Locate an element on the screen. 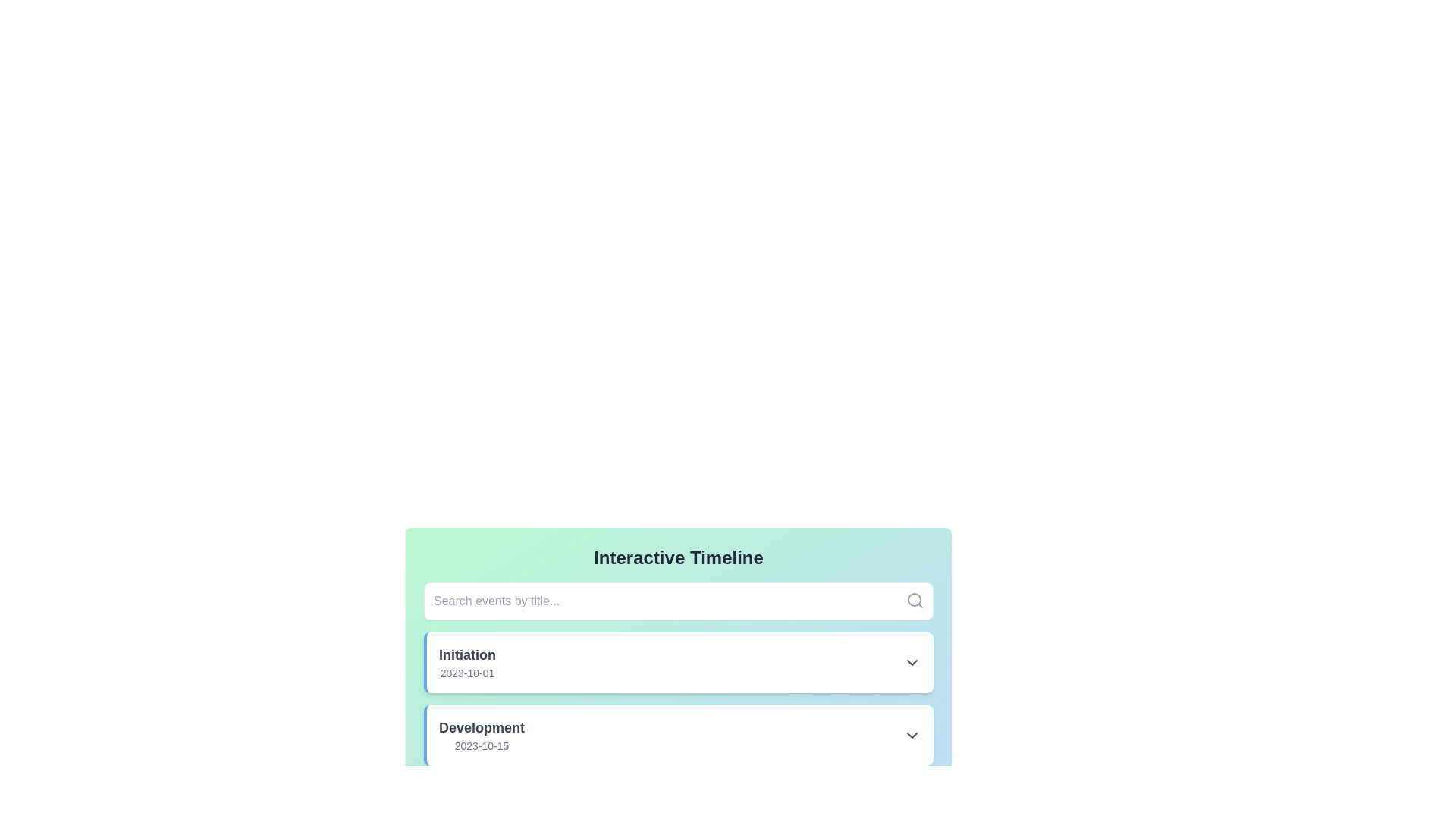  text of the heading and subheading content labeled 'Initiation' and '2023-10-01' located within the top entry of the timeline card is located at coordinates (466, 662).